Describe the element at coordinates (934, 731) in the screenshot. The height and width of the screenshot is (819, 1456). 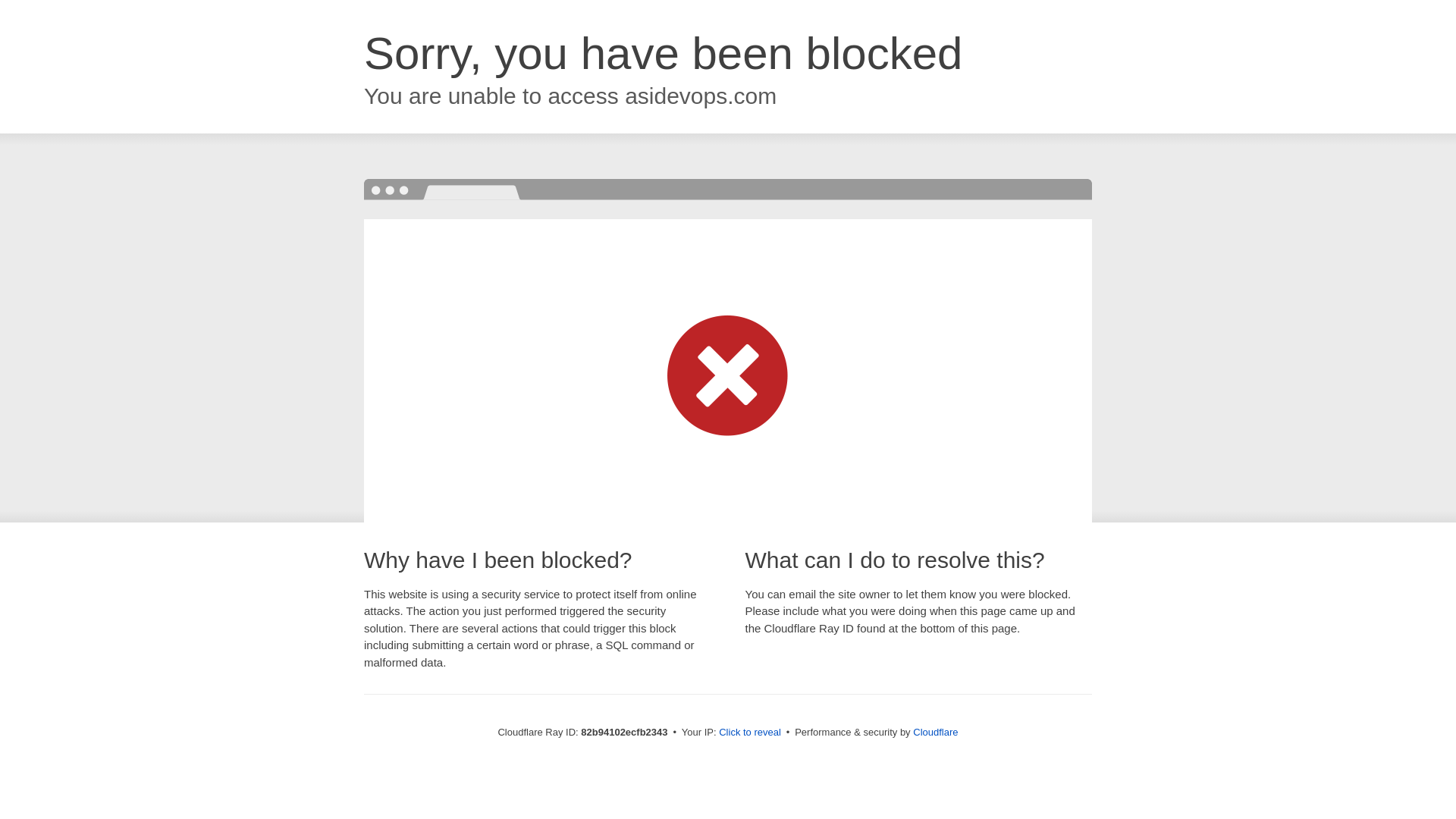
I see `'Cloudflare'` at that location.